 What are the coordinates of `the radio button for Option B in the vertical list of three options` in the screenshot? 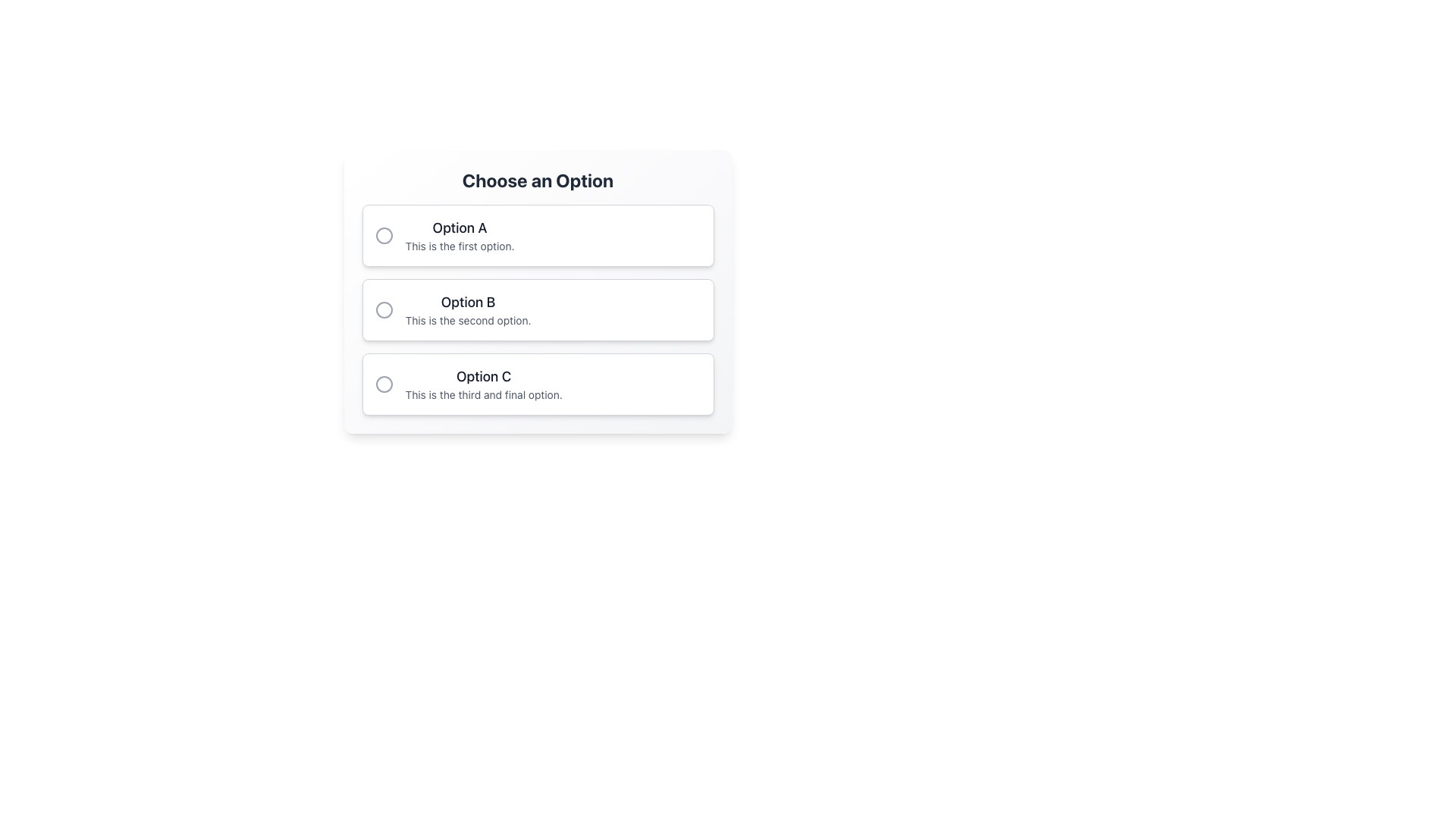 It's located at (538, 309).